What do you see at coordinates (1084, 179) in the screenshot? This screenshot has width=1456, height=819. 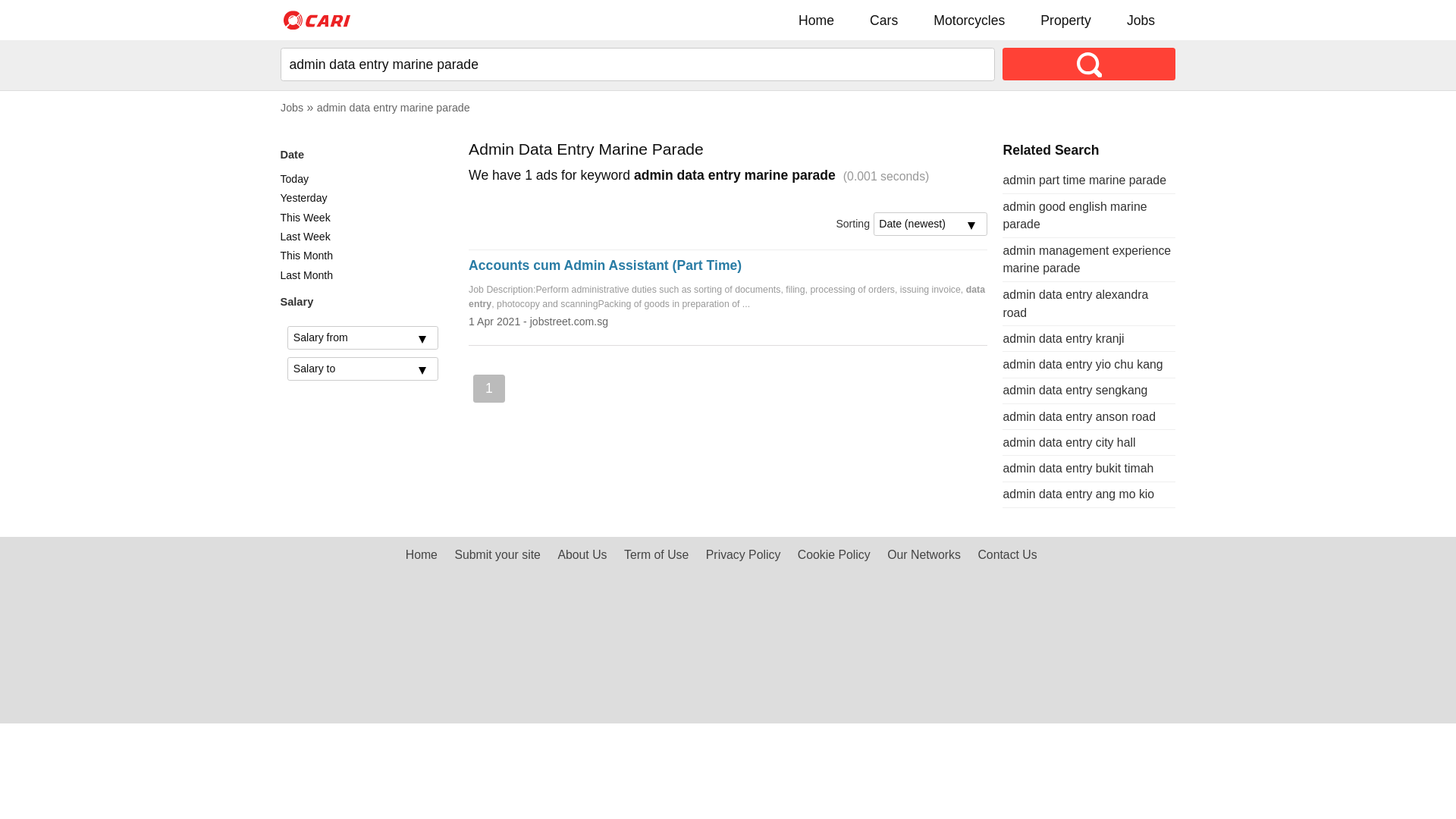 I see `'admin part time marine parade'` at bounding box center [1084, 179].